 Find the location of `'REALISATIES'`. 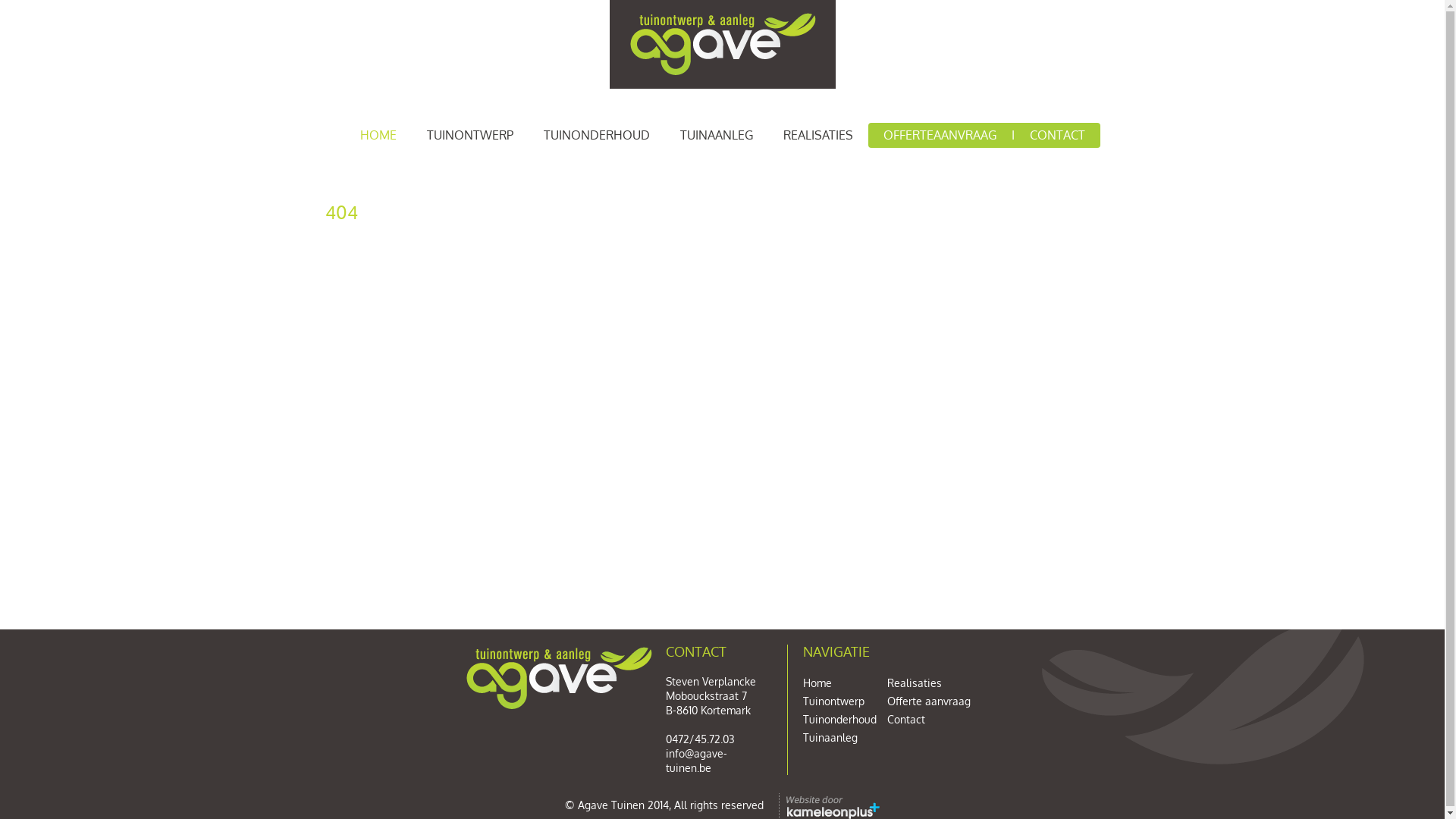

'REALISATIES' is located at coordinates (817, 134).